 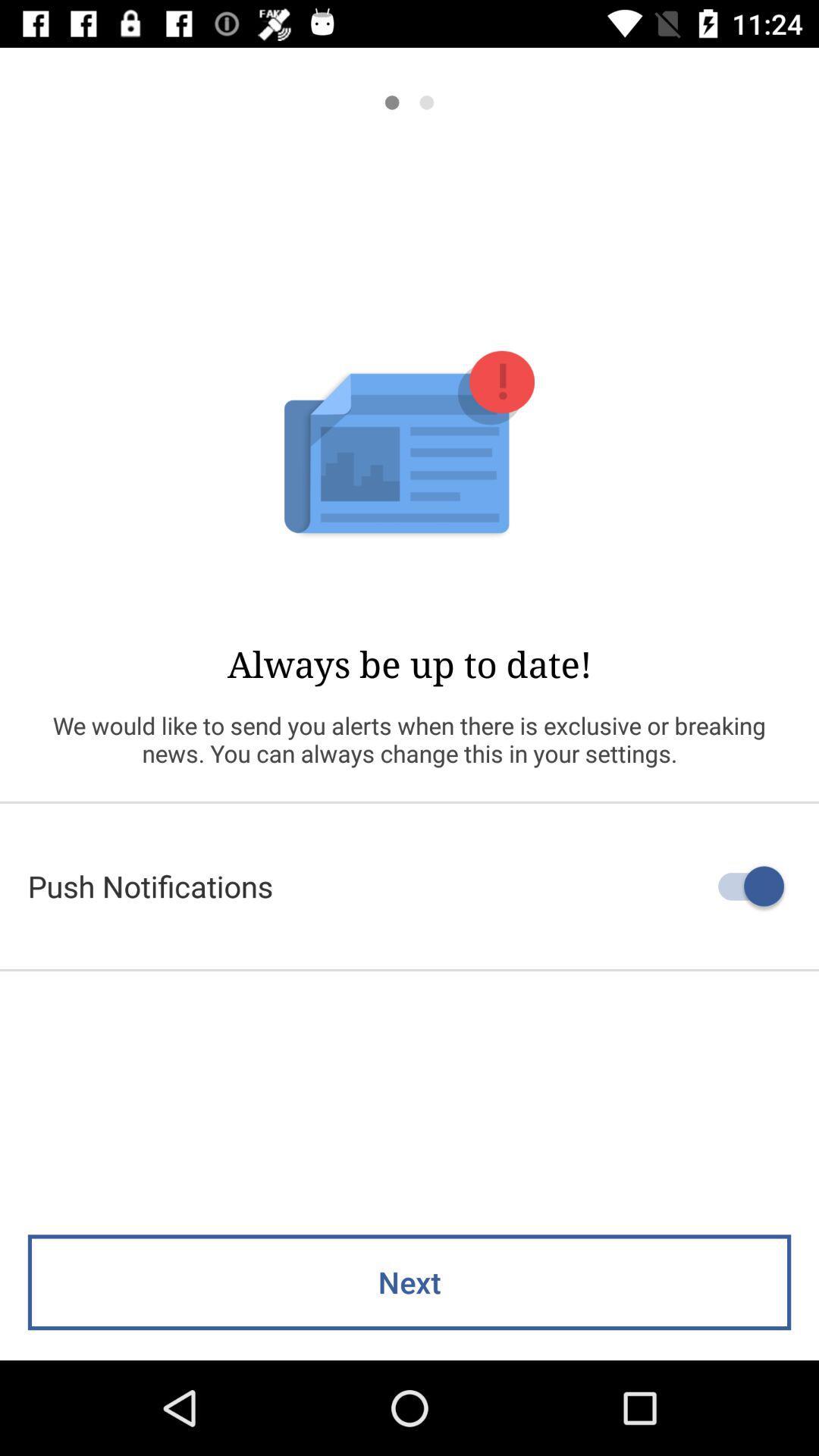 I want to click on the push notifications, so click(x=409, y=886).